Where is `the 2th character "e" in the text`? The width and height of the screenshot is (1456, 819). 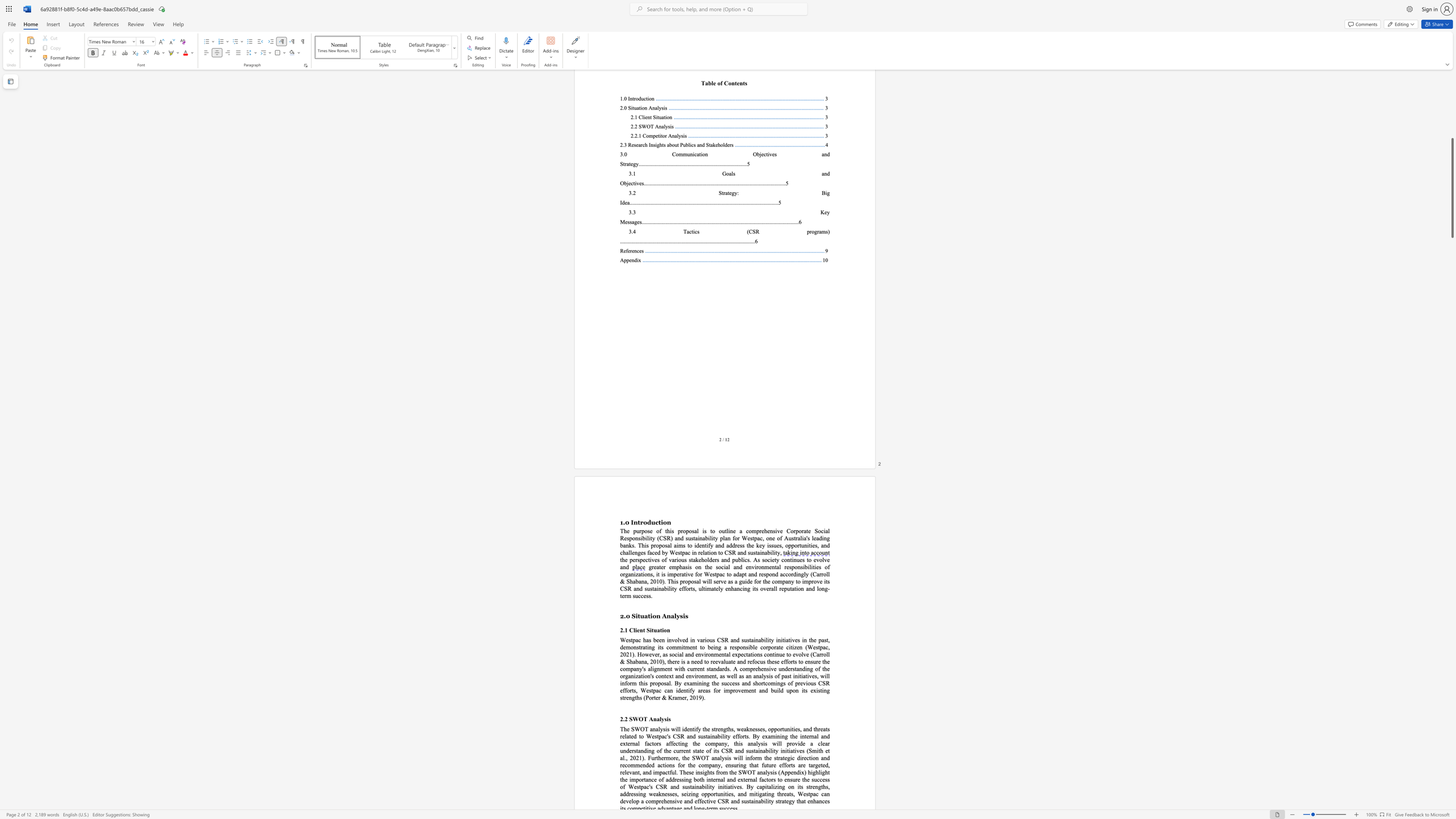 the 2th character "e" in the text is located at coordinates (752, 545).